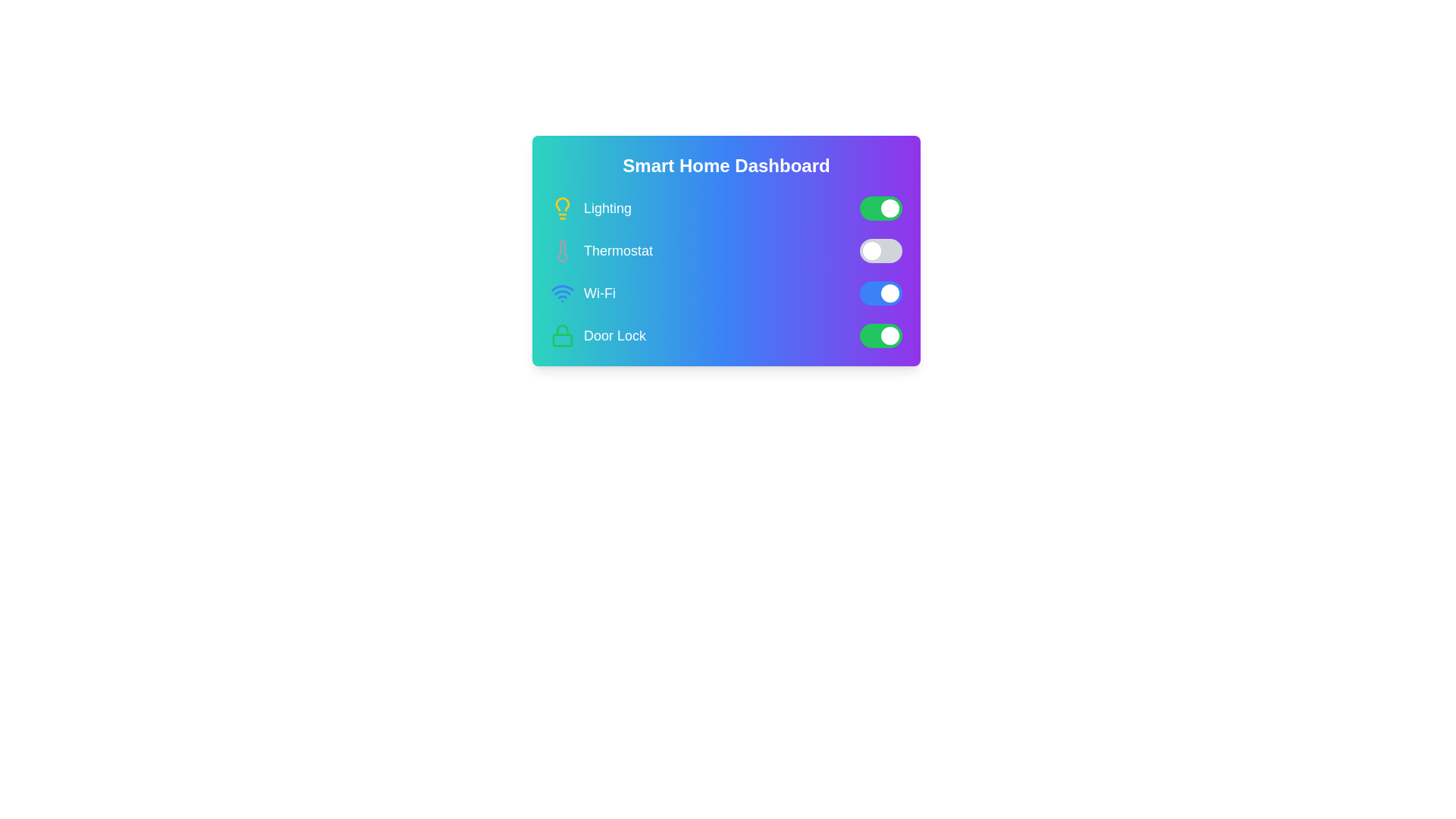 The image size is (1456, 819). What do you see at coordinates (562, 335) in the screenshot?
I see `the lock icon with a green outline located in the lower-left corner of the Smart Home Dashboard, adjacent to the 'Door Lock' text` at bounding box center [562, 335].